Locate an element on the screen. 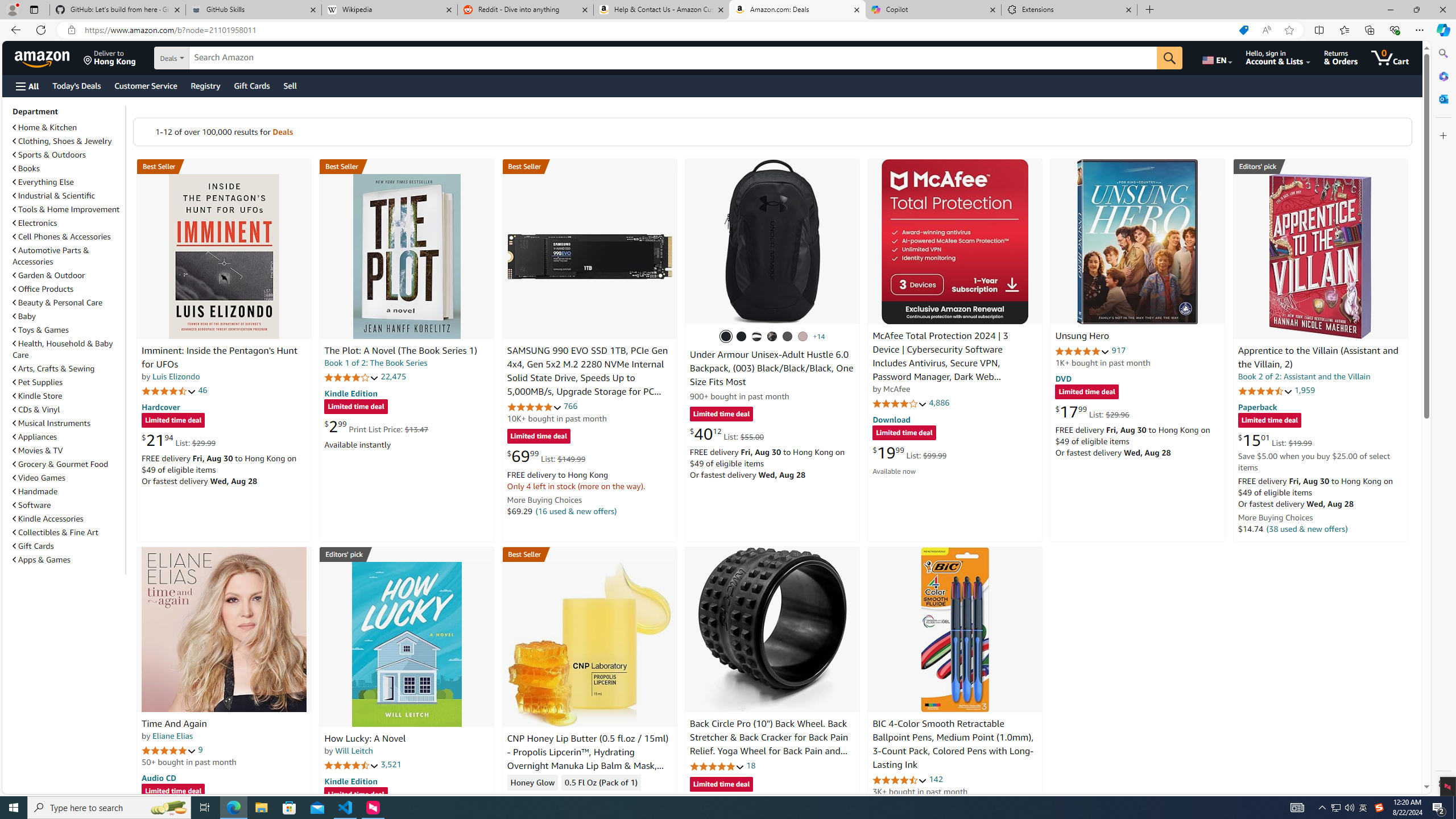 The width and height of the screenshot is (1456, 819). 'Baby' is located at coordinates (67, 316).